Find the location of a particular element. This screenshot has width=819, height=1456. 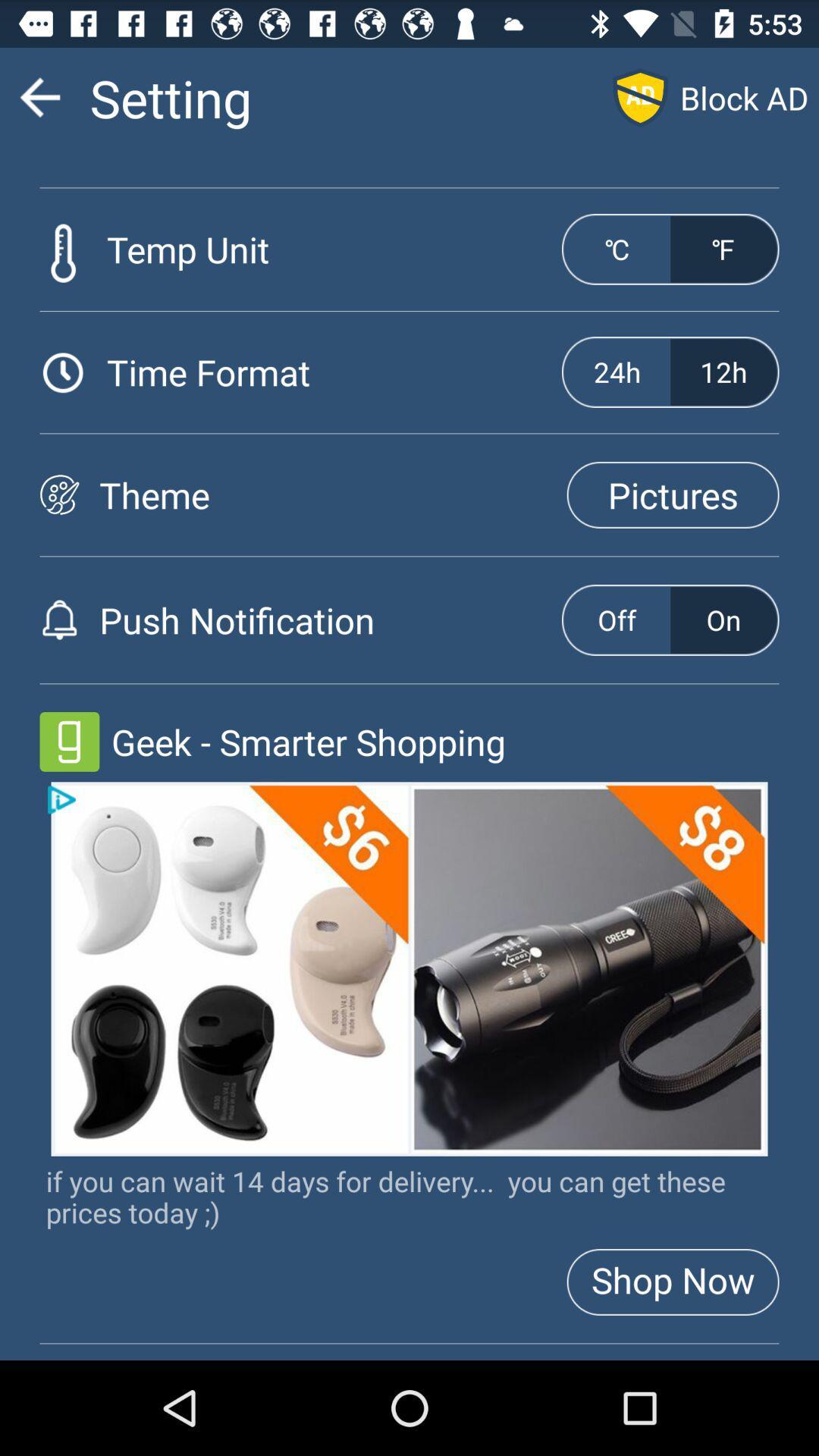

the arrow_backward icon is located at coordinates (39, 103).